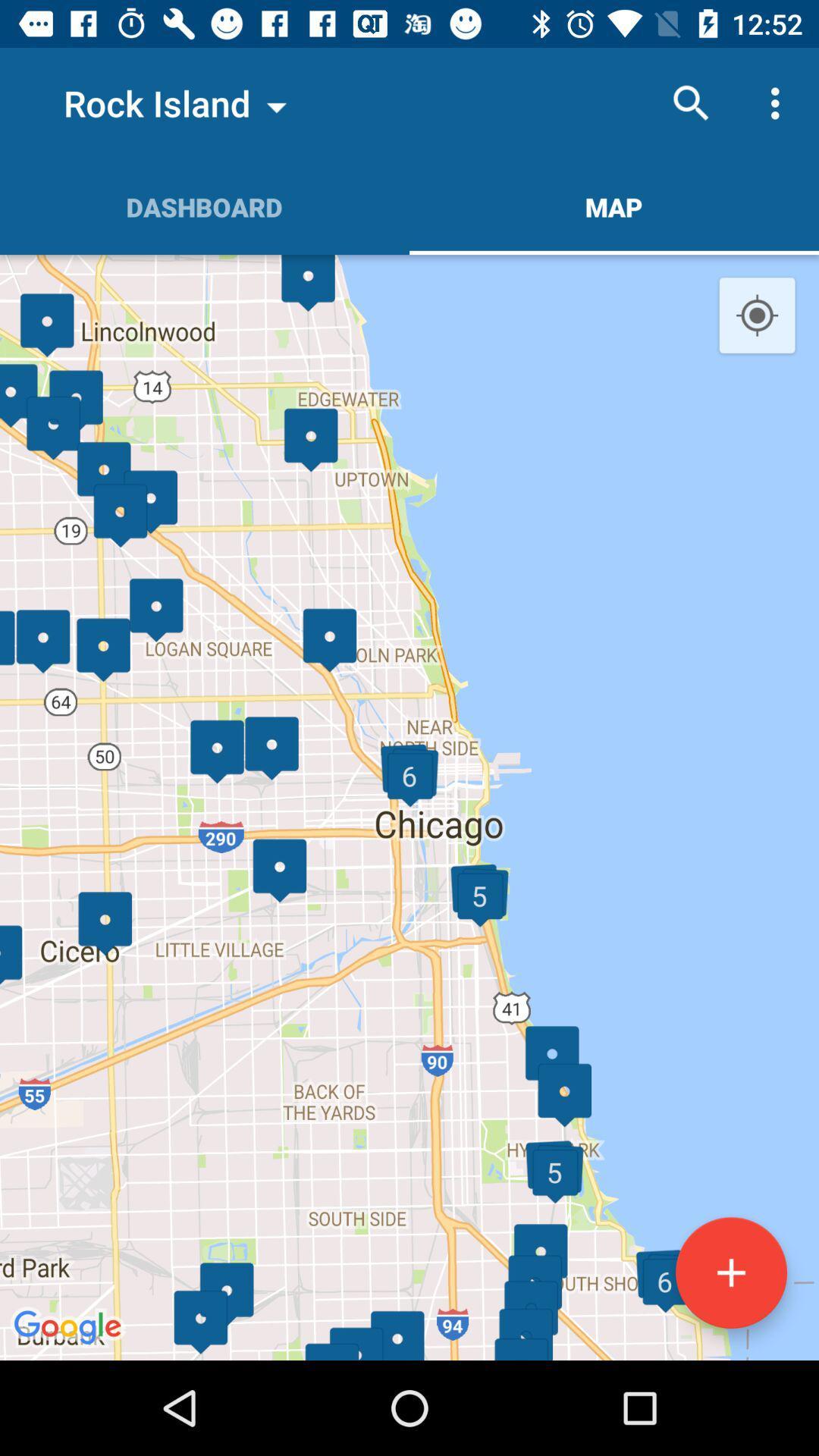  What do you see at coordinates (691, 102) in the screenshot?
I see `the item above map item` at bounding box center [691, 102].